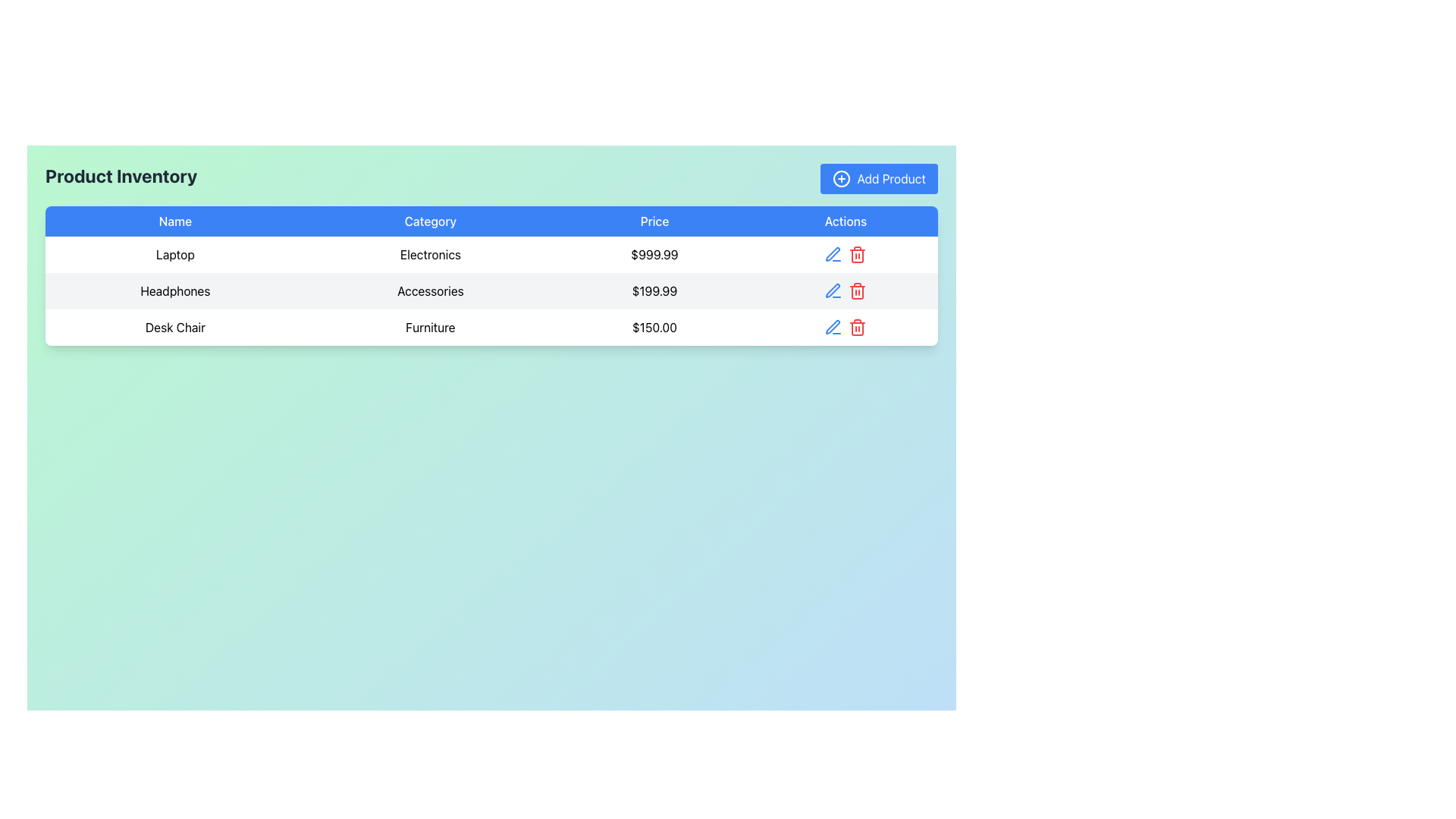 This screenshot has height=819, width=1456. I want to click on the edit icon located in the 'Actions' column of the first row of the table, positioned to the right of the 'Price' column, so click(845, 253).